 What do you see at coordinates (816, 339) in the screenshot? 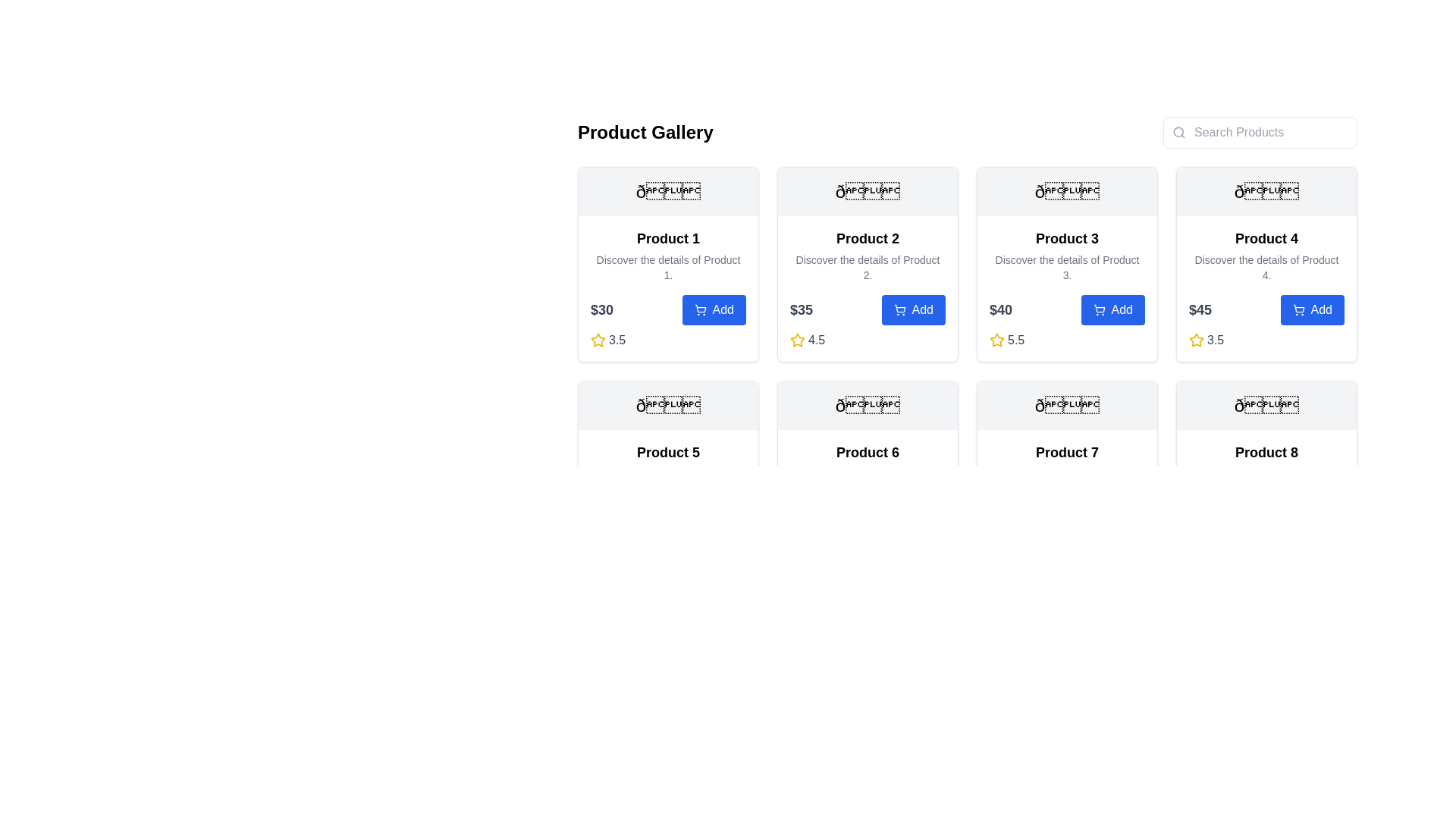
I see `numerical rating displayed for 'Product 2' located in the second card from the left in the first row of the product grid, positioned to the right of the yellow star icon` at bounding box center [816, 339].